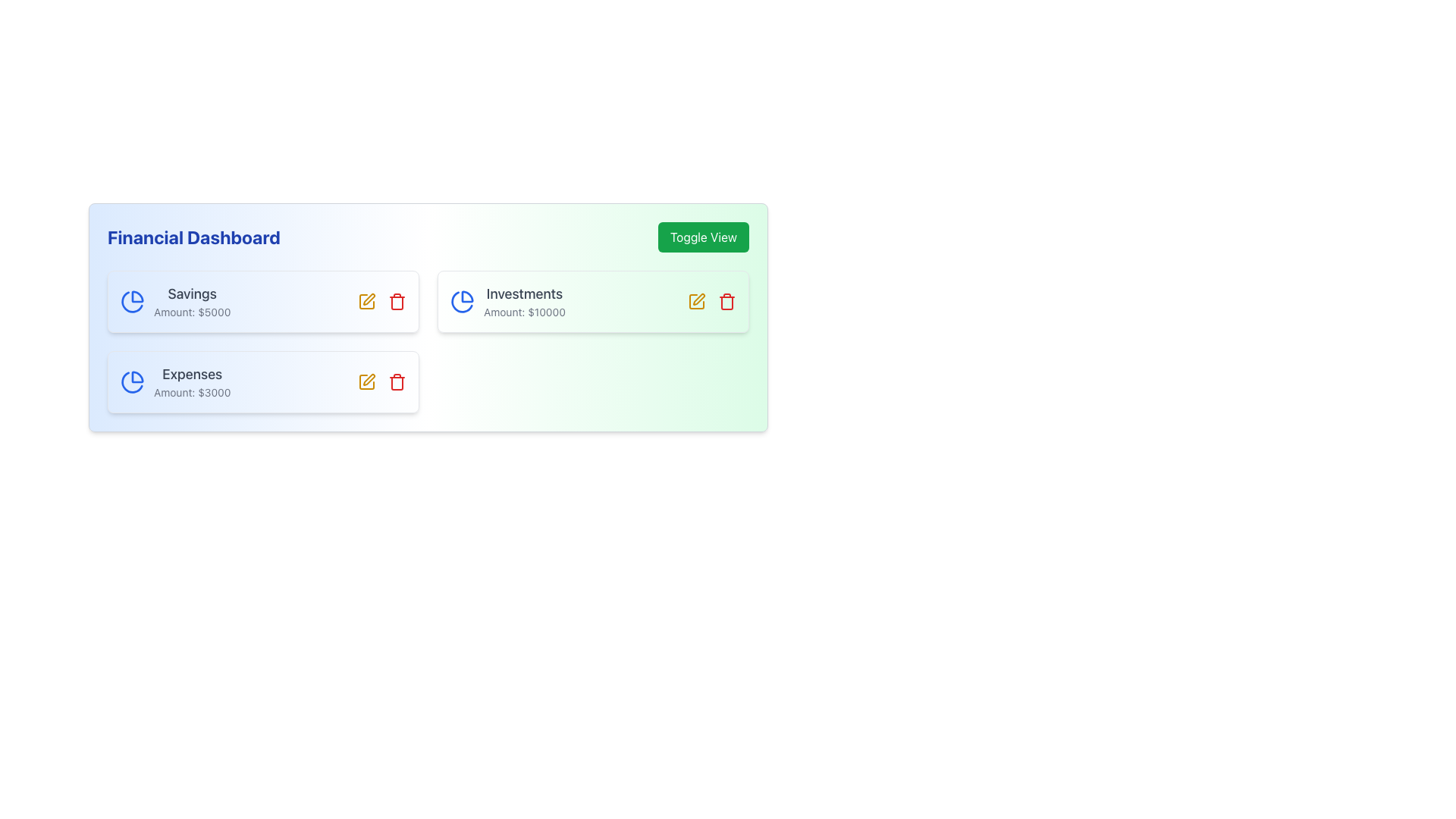 The image size is (1456, 819). I want to click on the red-colored trash can icon button located on the right side of the 'Investments' section within the dashboard, so click(726, 301).